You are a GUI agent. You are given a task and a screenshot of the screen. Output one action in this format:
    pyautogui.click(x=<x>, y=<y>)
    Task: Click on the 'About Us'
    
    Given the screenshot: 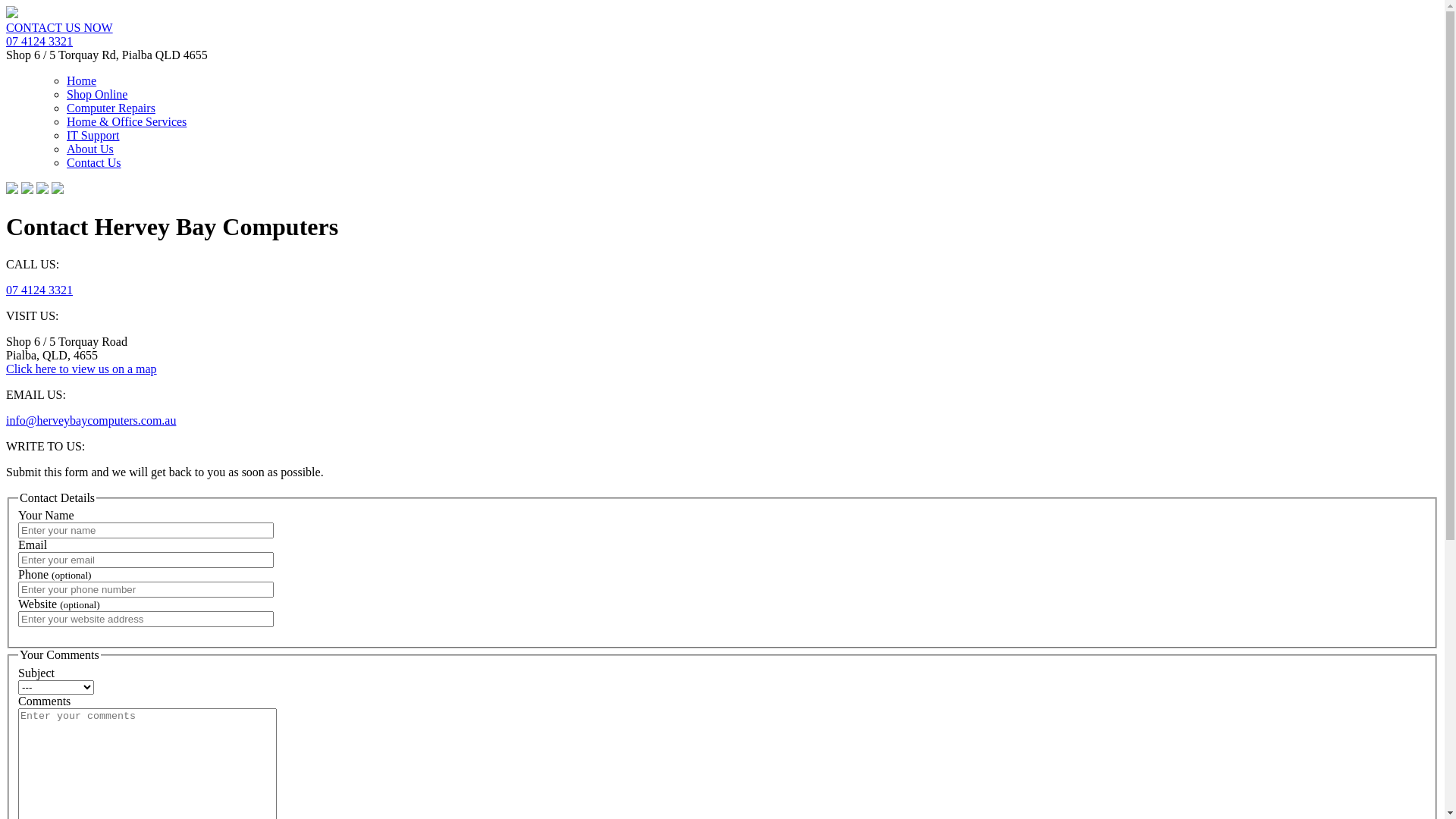 What is the action you would take?
    pyautogui.click(x=89, y=149)
    